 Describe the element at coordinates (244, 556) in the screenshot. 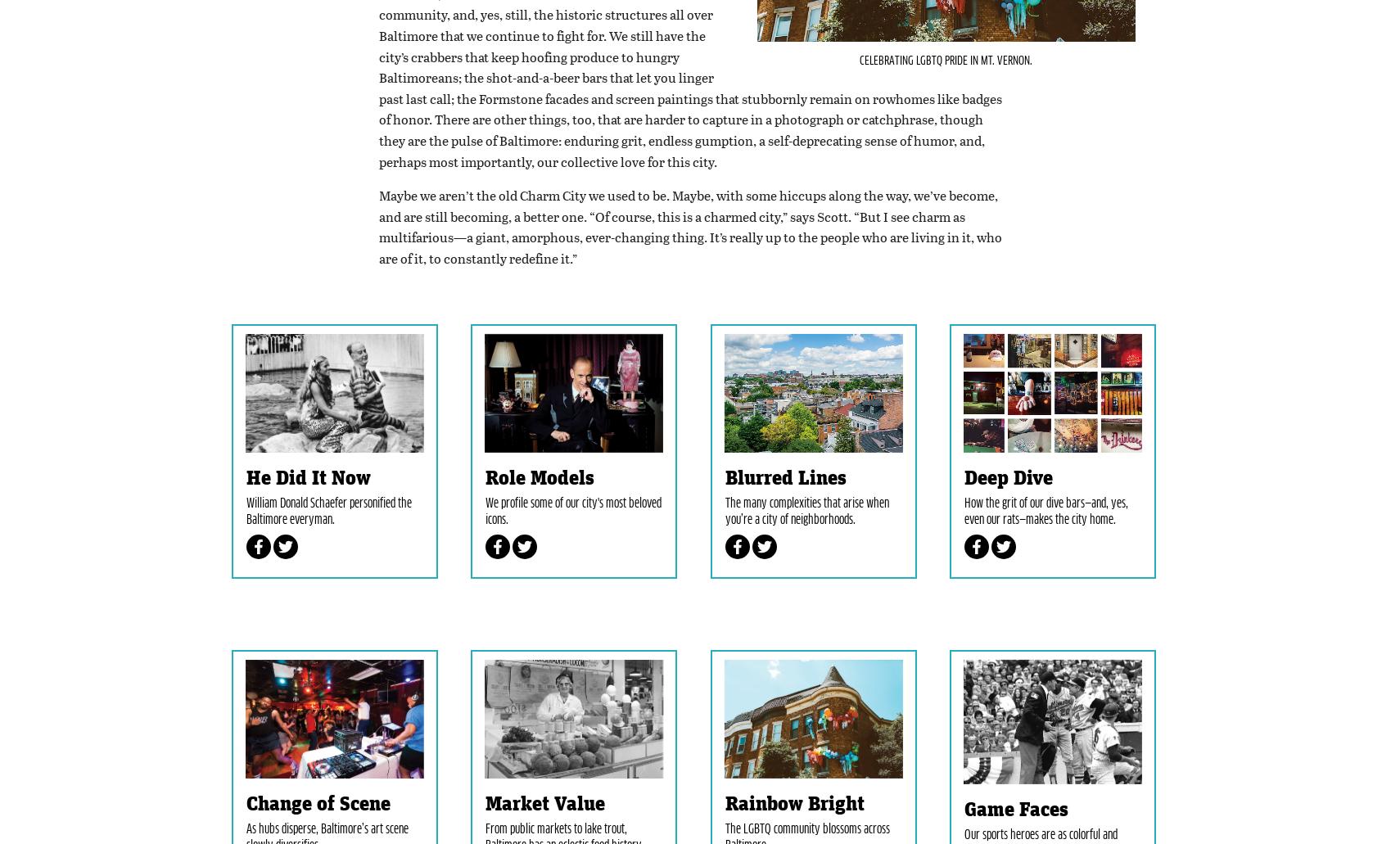

I see `'He Did It Now'` at that location.